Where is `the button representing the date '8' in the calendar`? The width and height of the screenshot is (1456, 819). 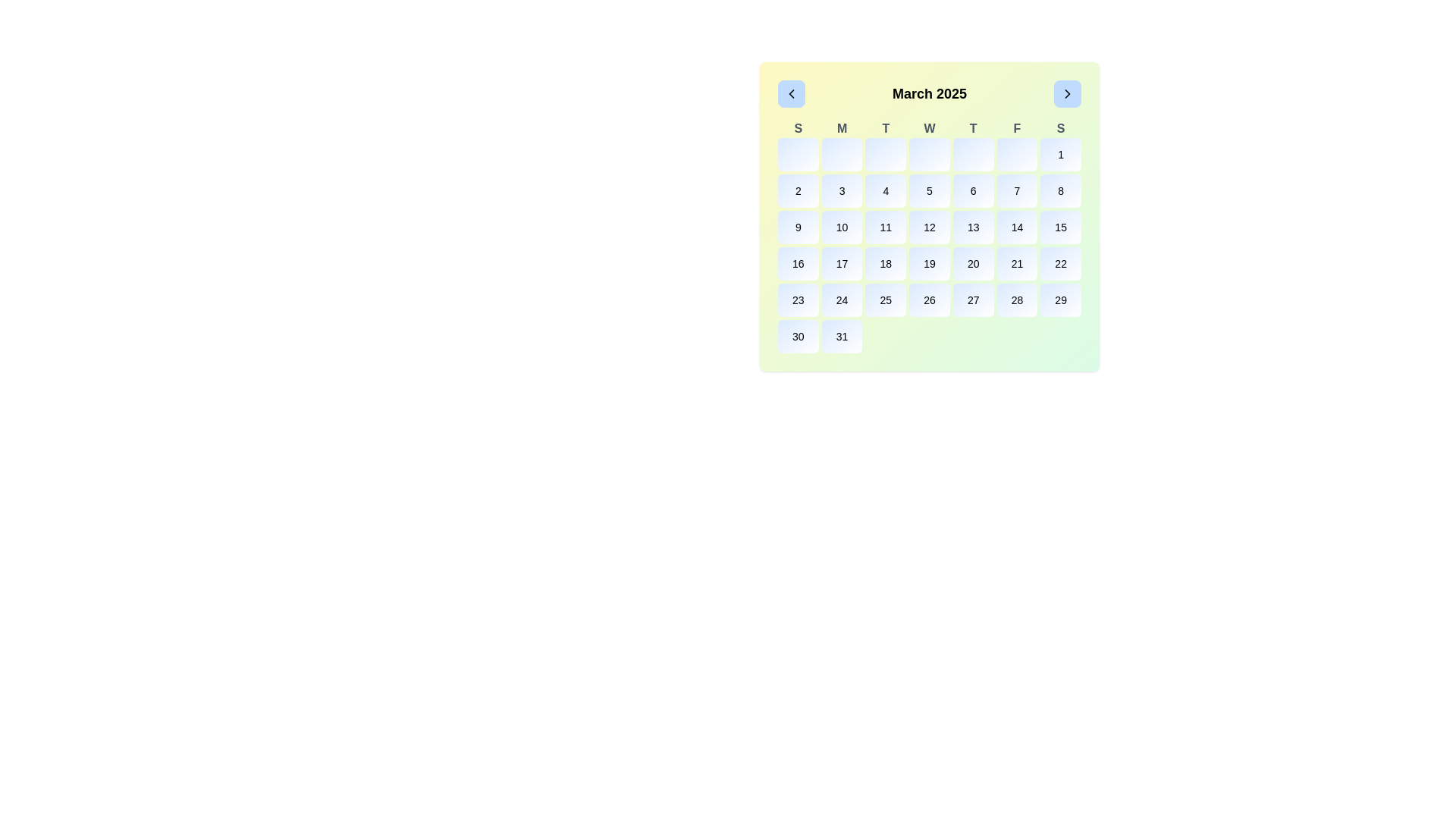
the button representing the date '8' in the calendar is located at coordinates (1060, 190).